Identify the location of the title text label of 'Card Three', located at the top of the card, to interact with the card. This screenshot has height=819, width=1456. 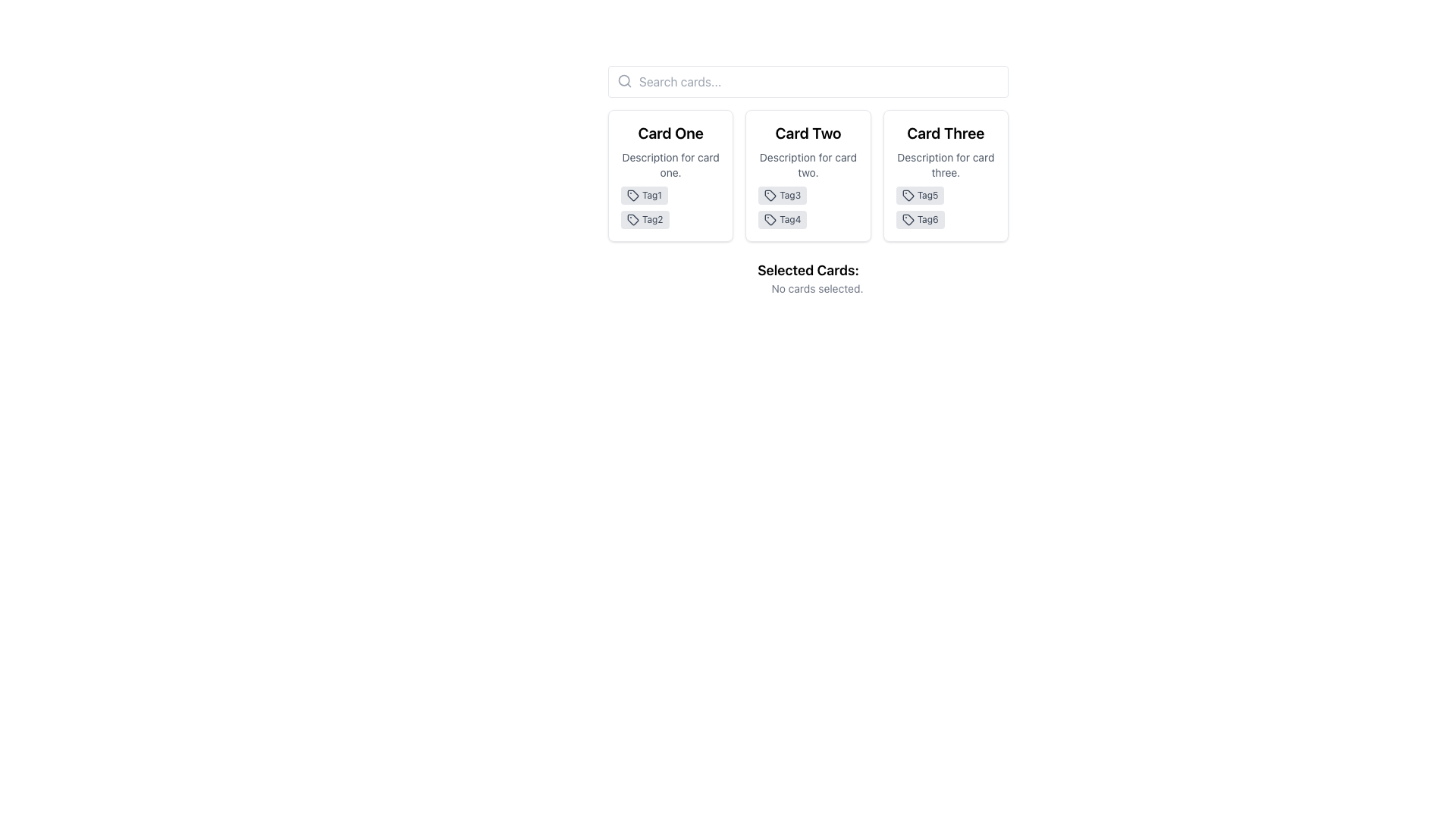
(945, 133).